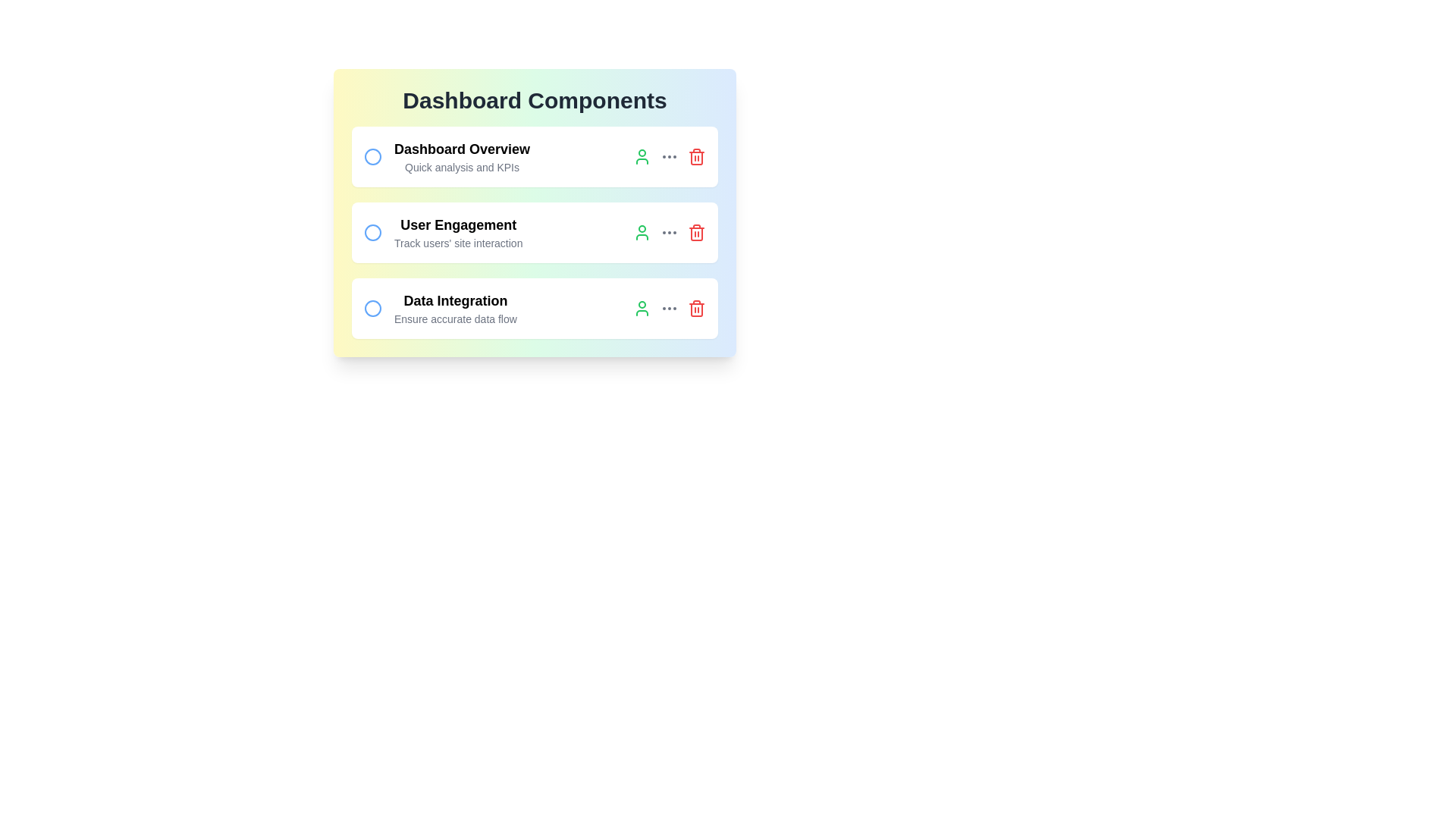 The height and width of the screenshot is (819, 1456). Describe the element at coordinates (372, 308) in the screenshot. I see `the circle next to the task 'Data Integration' to select it` at that location.